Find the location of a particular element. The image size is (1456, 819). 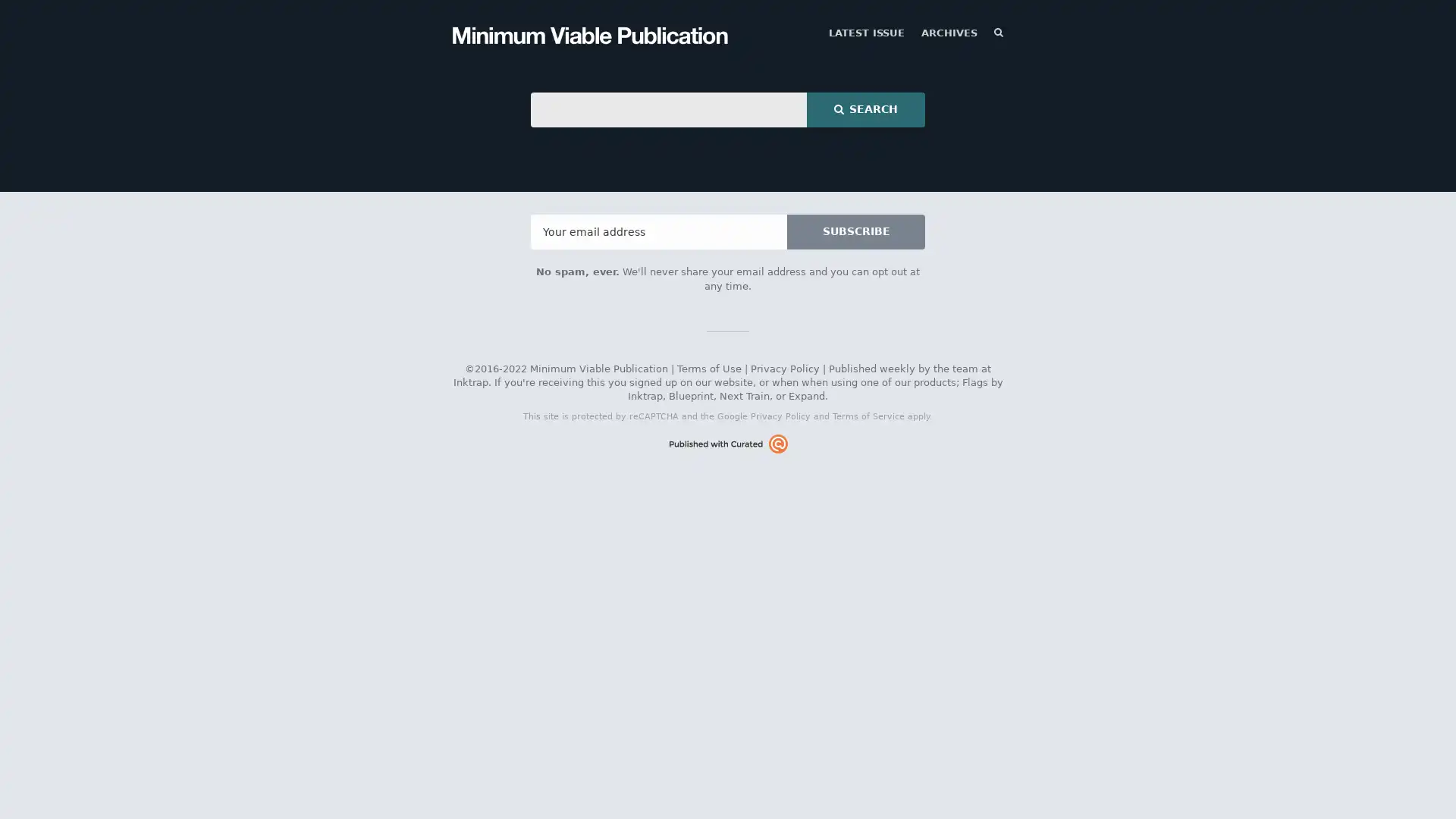

SEARCH is located at coordinates (866, 108).